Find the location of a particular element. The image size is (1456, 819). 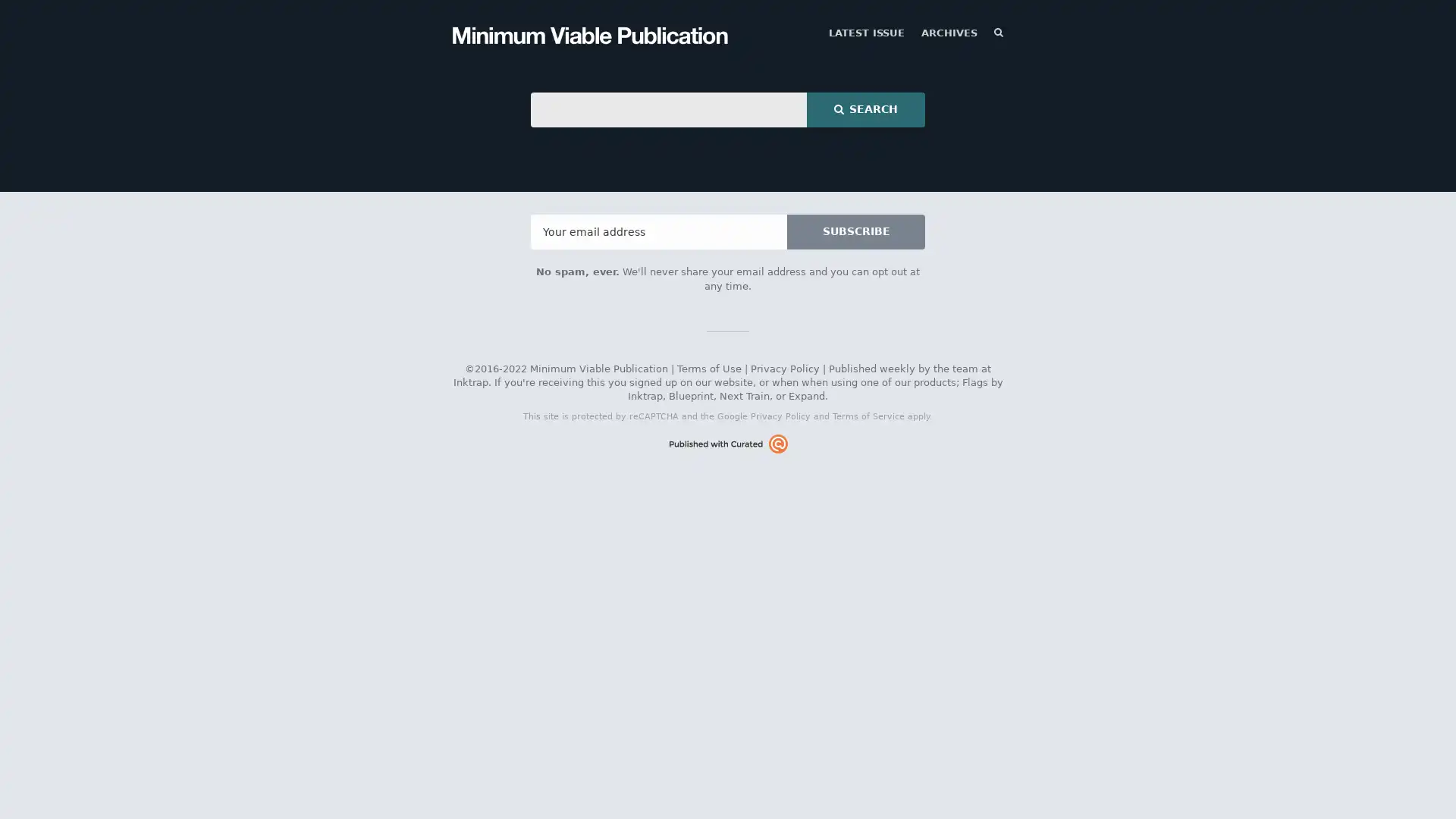

SEARCH is located at coordinates (866, 108).